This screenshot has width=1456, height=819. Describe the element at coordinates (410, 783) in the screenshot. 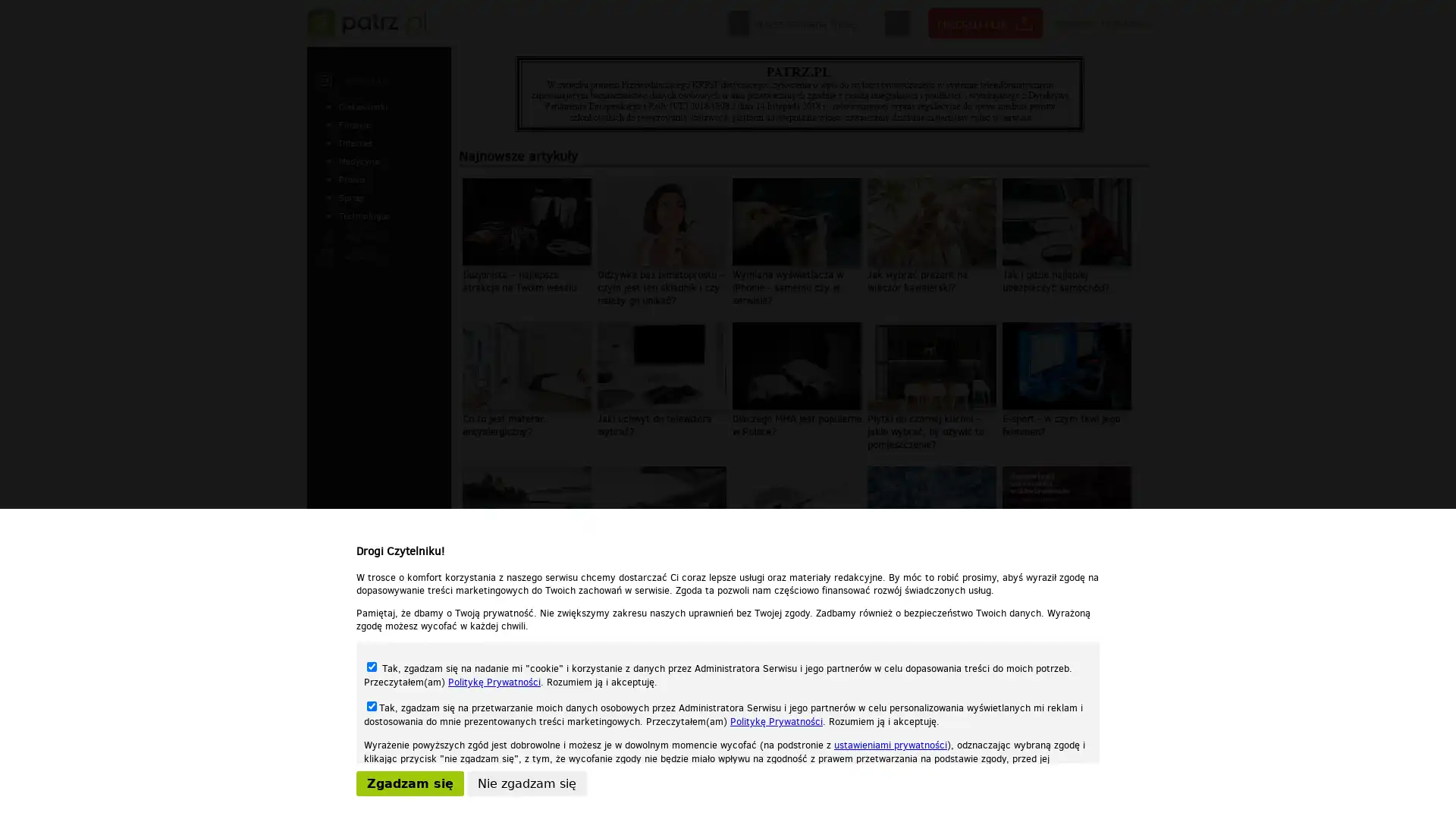

I see `Zgadzam sie` at that location.